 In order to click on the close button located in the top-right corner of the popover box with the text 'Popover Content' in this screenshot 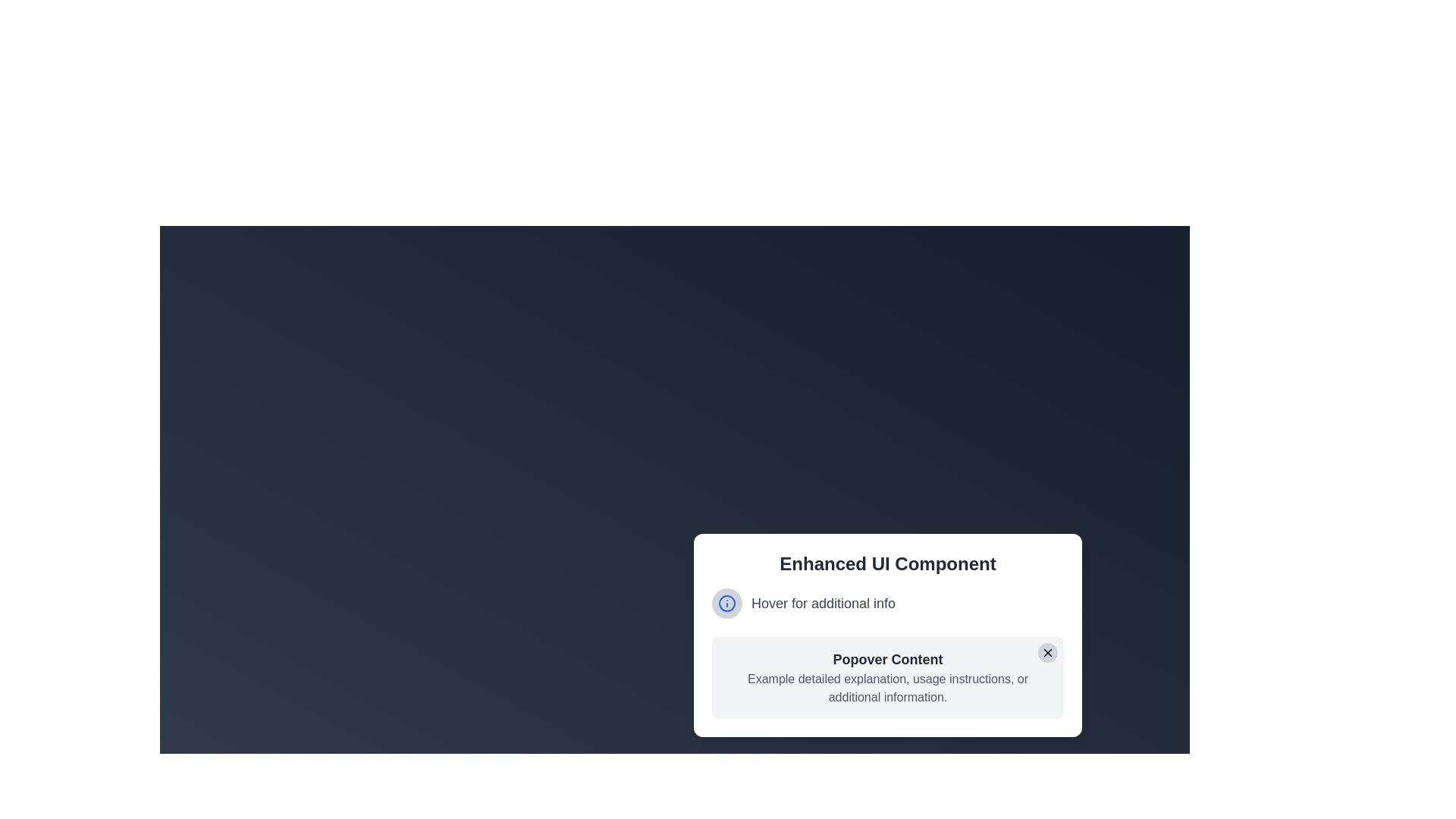, I will do `click(1047, 651)`.